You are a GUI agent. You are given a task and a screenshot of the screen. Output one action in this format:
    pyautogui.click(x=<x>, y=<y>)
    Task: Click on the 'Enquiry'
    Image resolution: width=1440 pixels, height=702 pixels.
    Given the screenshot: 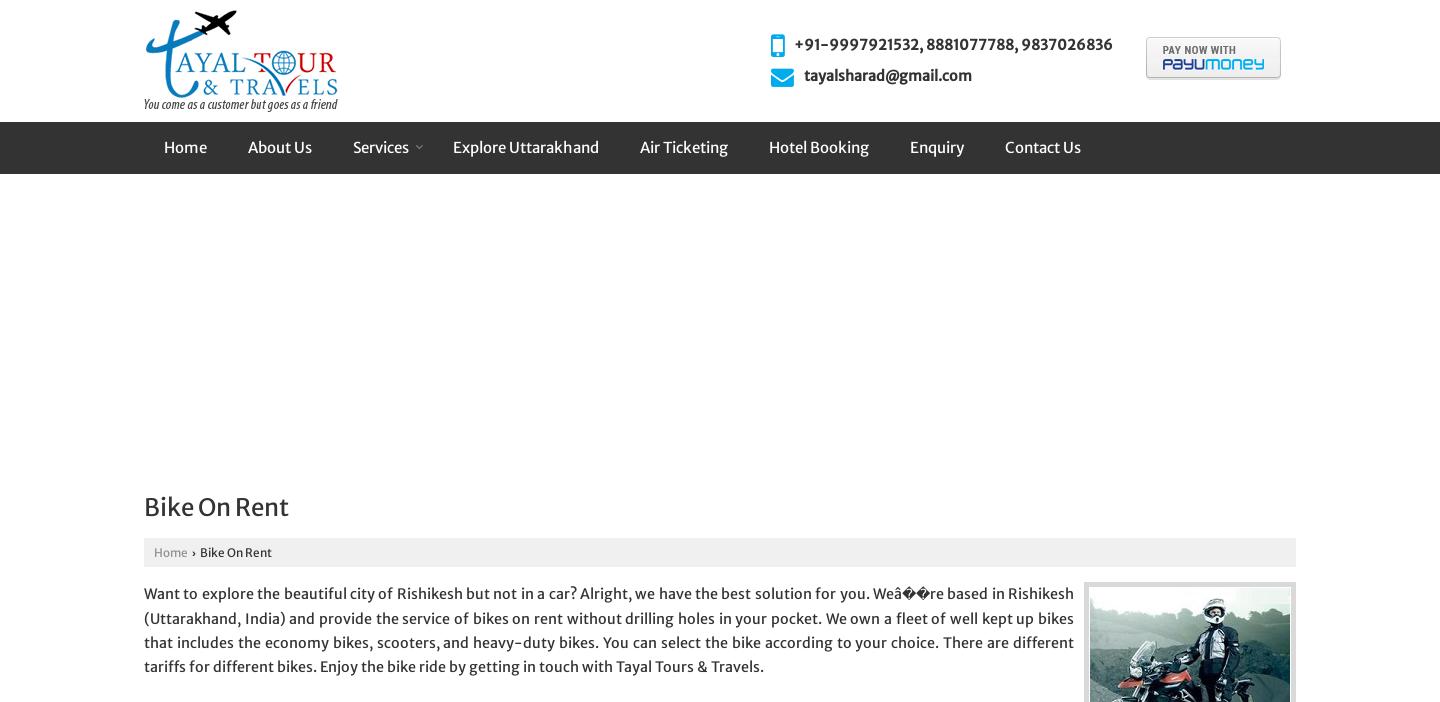 What is the action you would take?
    pyautogui.click(x=909, y=146)
    